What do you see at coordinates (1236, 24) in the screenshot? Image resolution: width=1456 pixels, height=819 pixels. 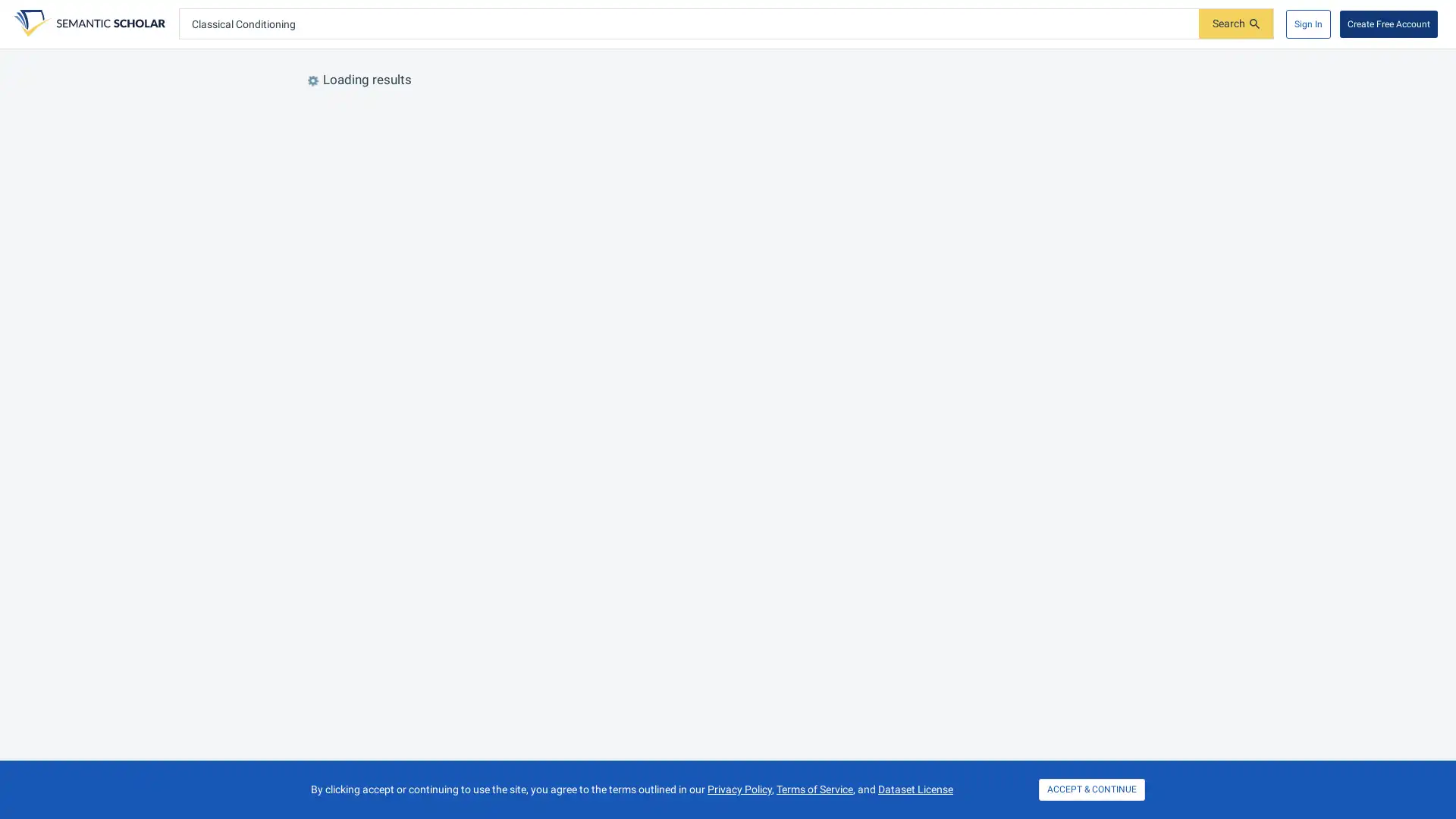 I see `Submit` at bounding box center [1236, 24].